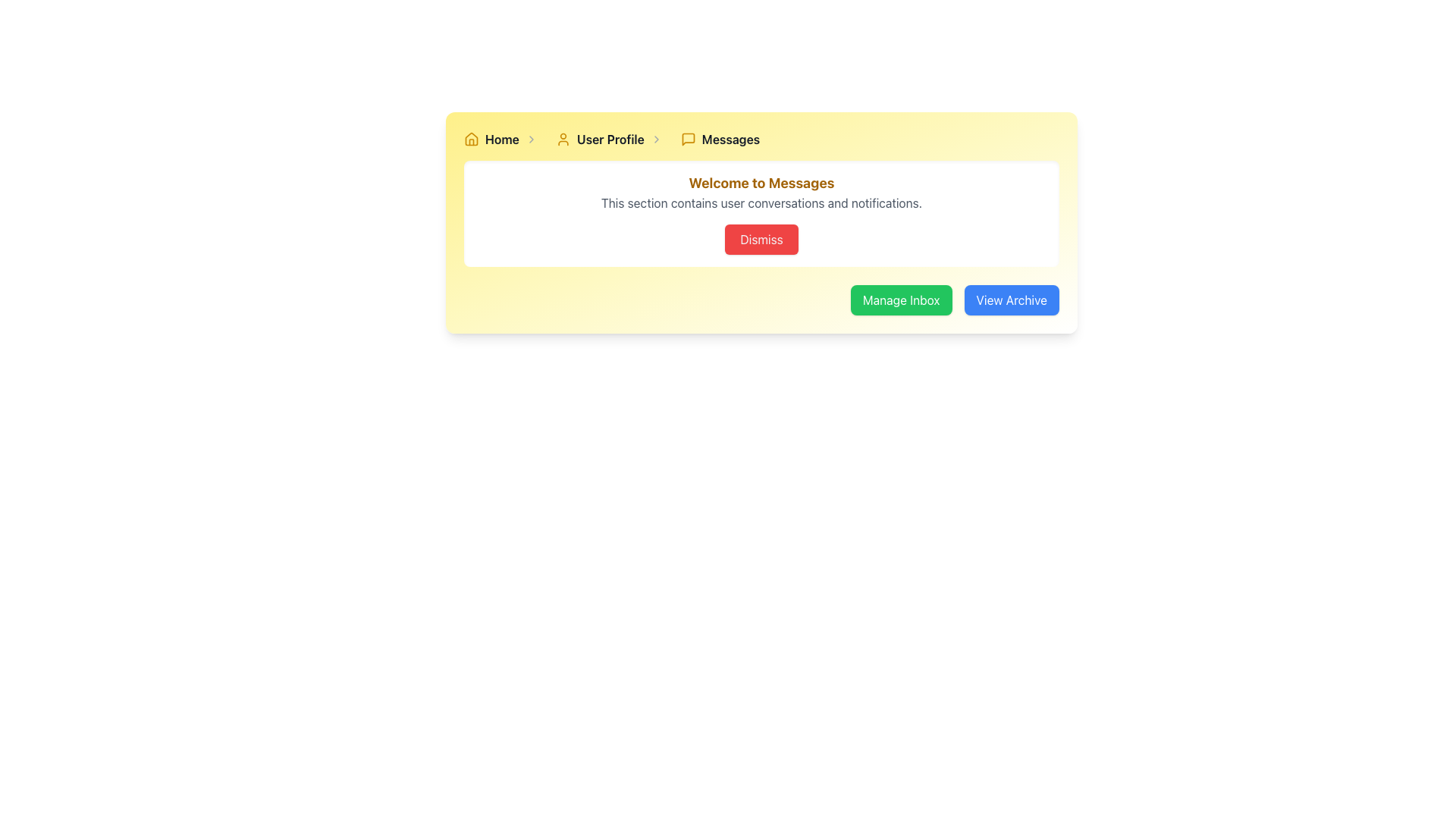 Image resolution: width=1456 pixels, height=819 pixels. Describe the element at coordinates (687, 140) in the screenshot. I see `the icon in the navigation bar that visually indicates the 'Messages' option, positioned to the left of the 'Messages' label` at that location.